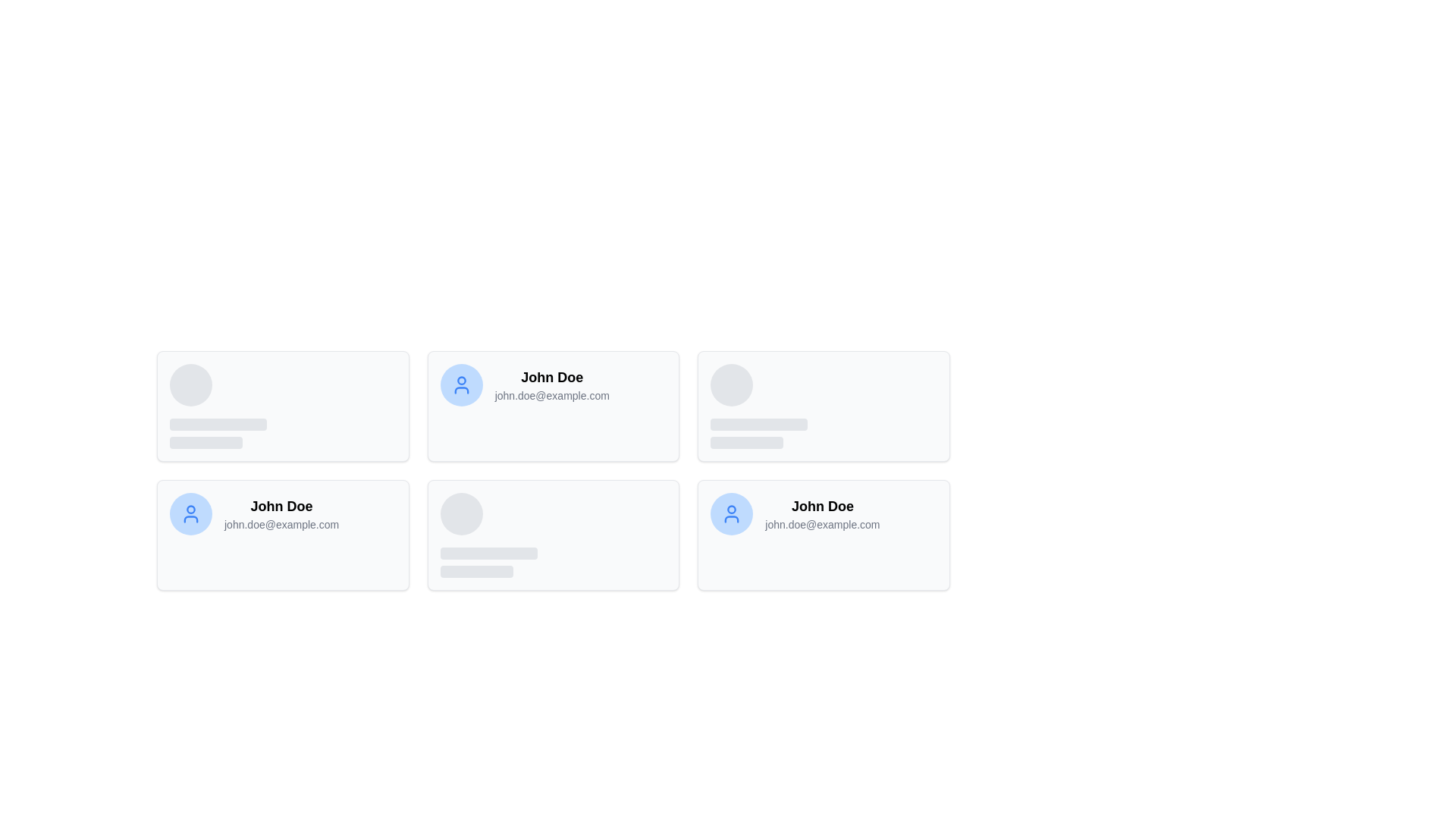 The height and width of the screenshot is (819, 1456). What do you see at coordinates (747, 442) in the screenshot?
I see `the visual loading state of the Placeholder bar element, which is a horizontal gray bar located within a card interface, positioned below a circular avatar and placeholder text lines` at bounding box center [747, 442].